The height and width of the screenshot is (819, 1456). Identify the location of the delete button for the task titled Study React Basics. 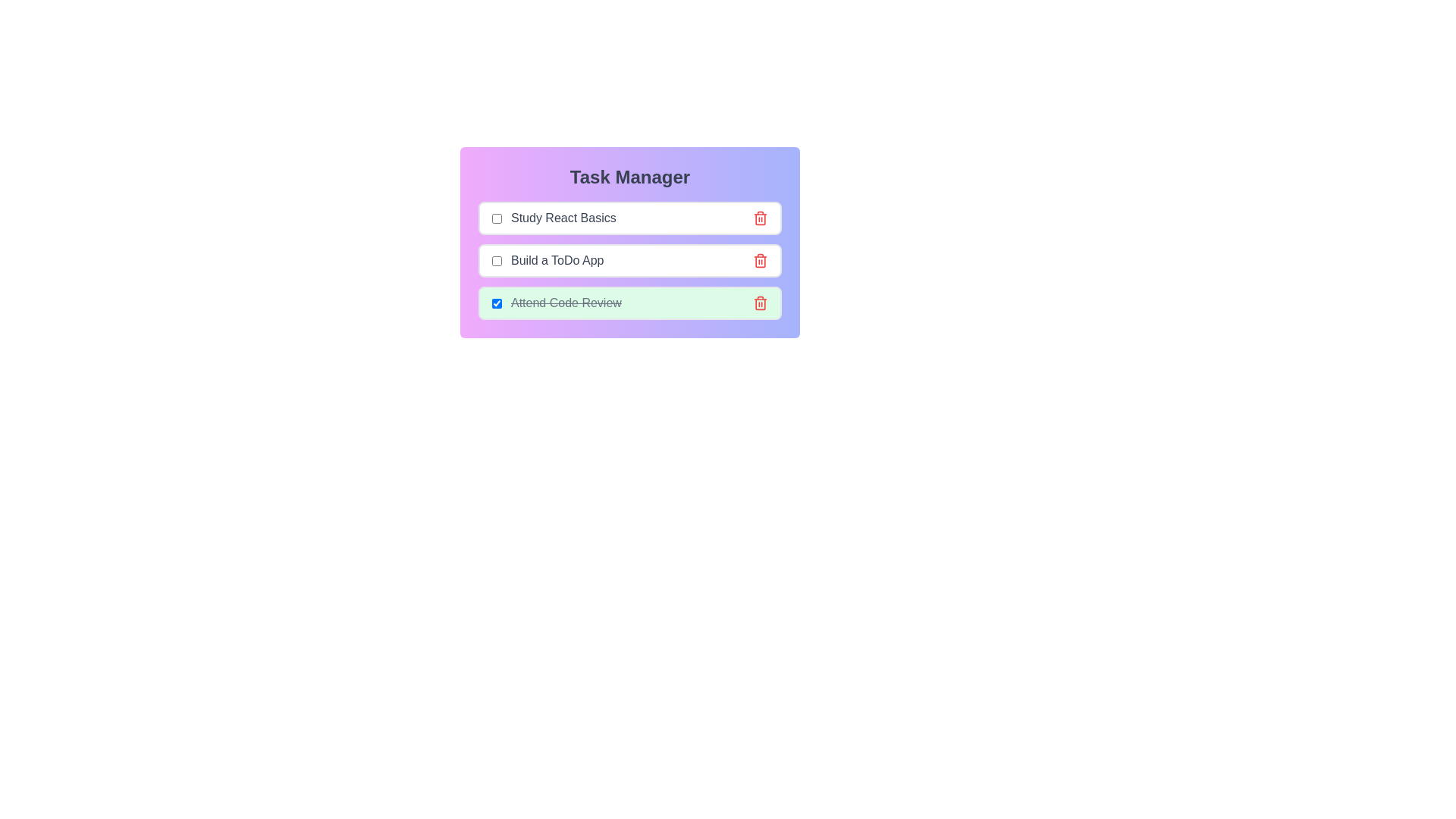
(761, 218).